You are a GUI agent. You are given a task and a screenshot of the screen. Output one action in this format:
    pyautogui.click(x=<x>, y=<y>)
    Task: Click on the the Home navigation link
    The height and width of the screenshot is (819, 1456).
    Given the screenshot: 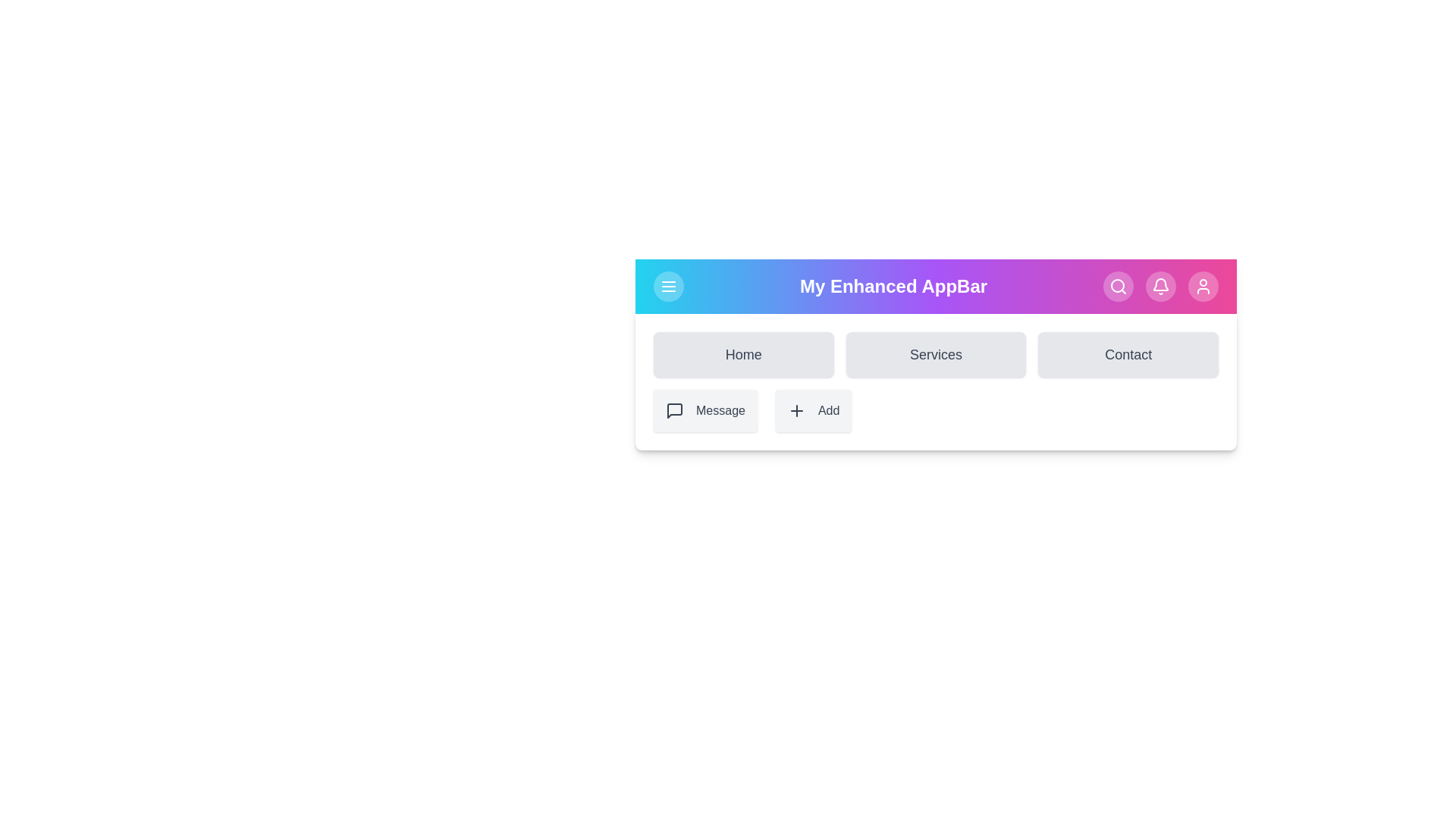 What is the action you would take?
    pyautogui.click(x=743, y=354)
    